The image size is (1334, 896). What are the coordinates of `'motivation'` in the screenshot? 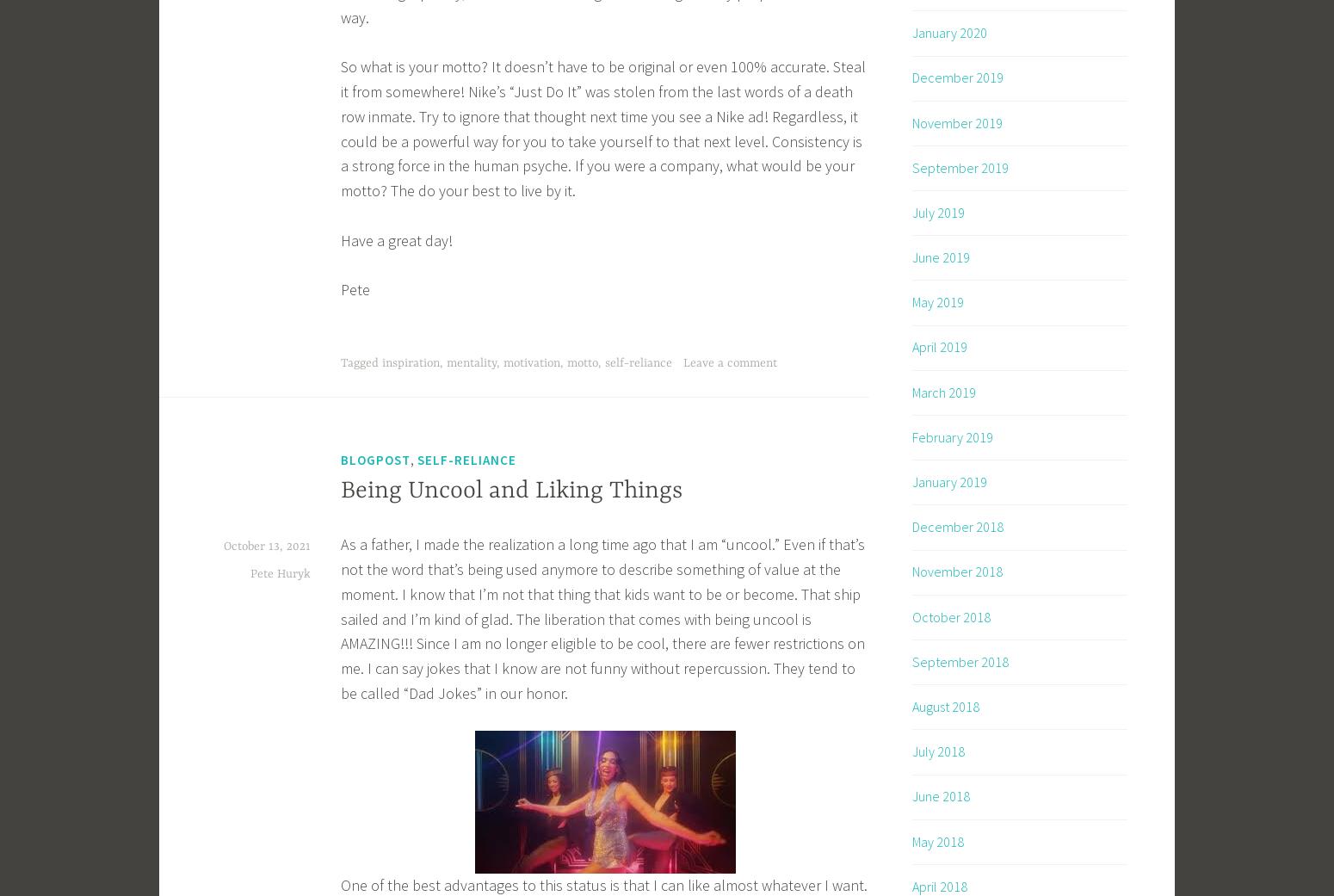 It's located at (531, 361).